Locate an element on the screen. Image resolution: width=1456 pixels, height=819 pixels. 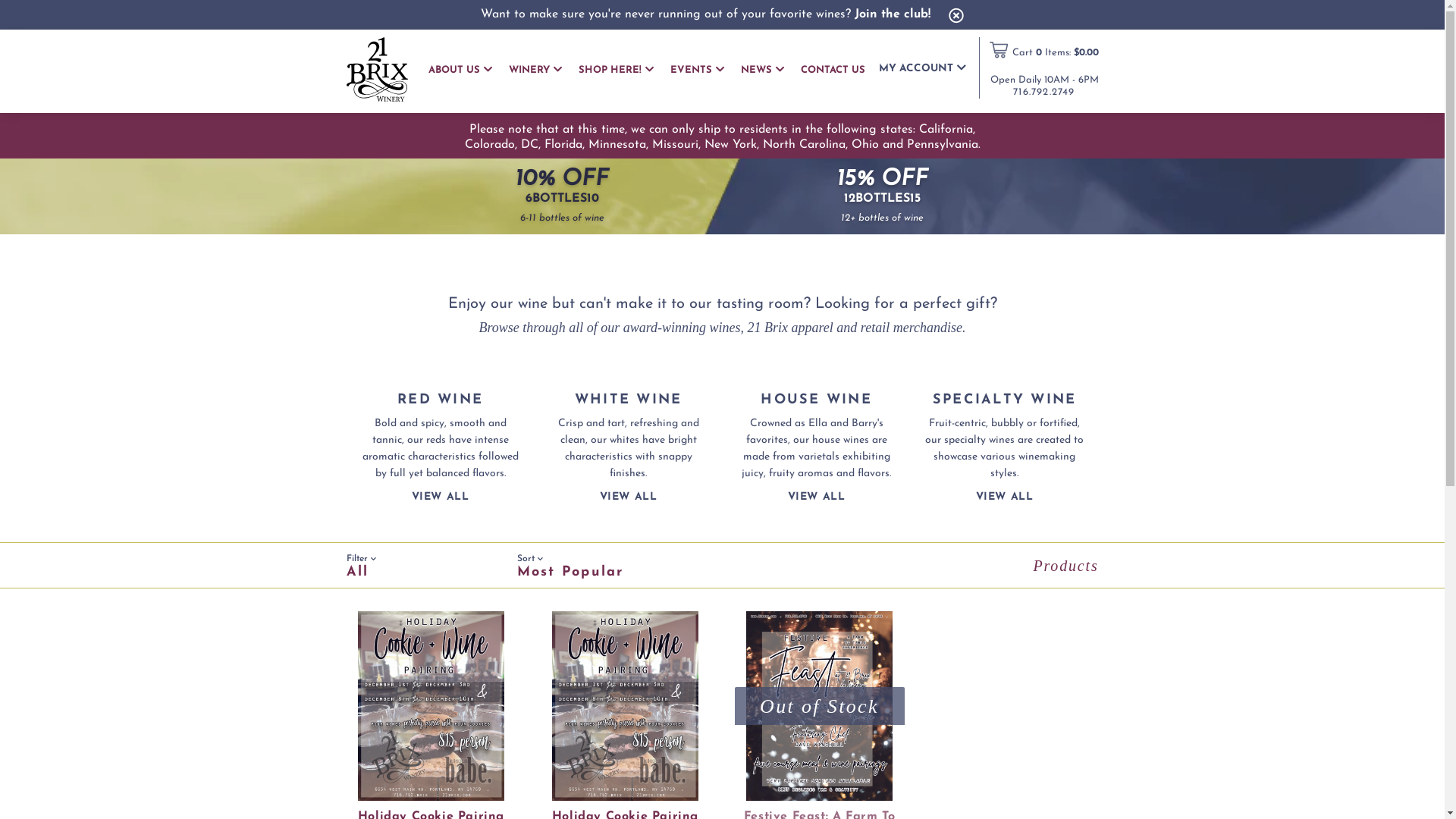
'NEWS' is located at coordinates (761, 70).